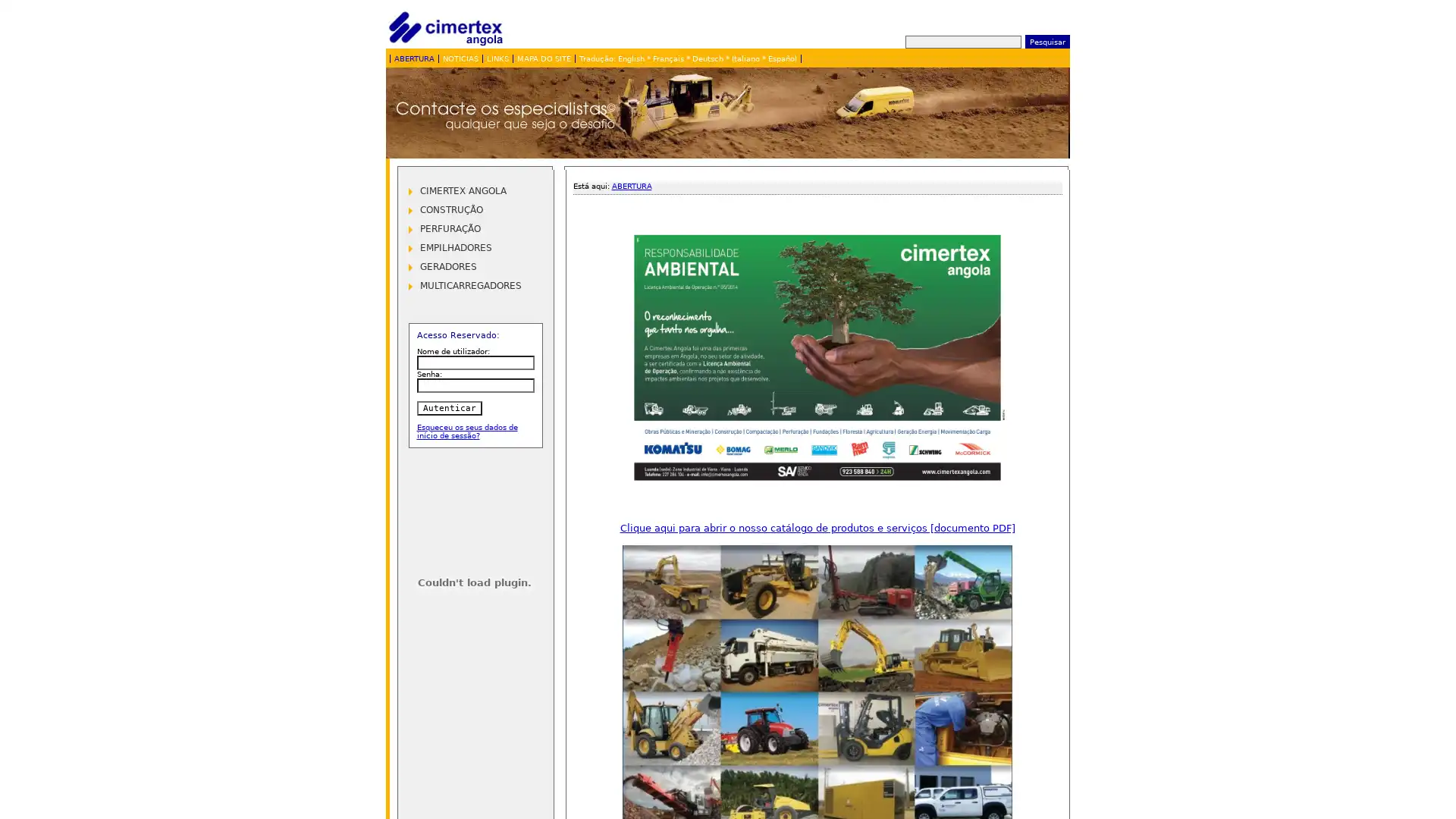 The width and height of the screenshot is (1456, 819). I want to click on Autenticar, so click(447, 407).